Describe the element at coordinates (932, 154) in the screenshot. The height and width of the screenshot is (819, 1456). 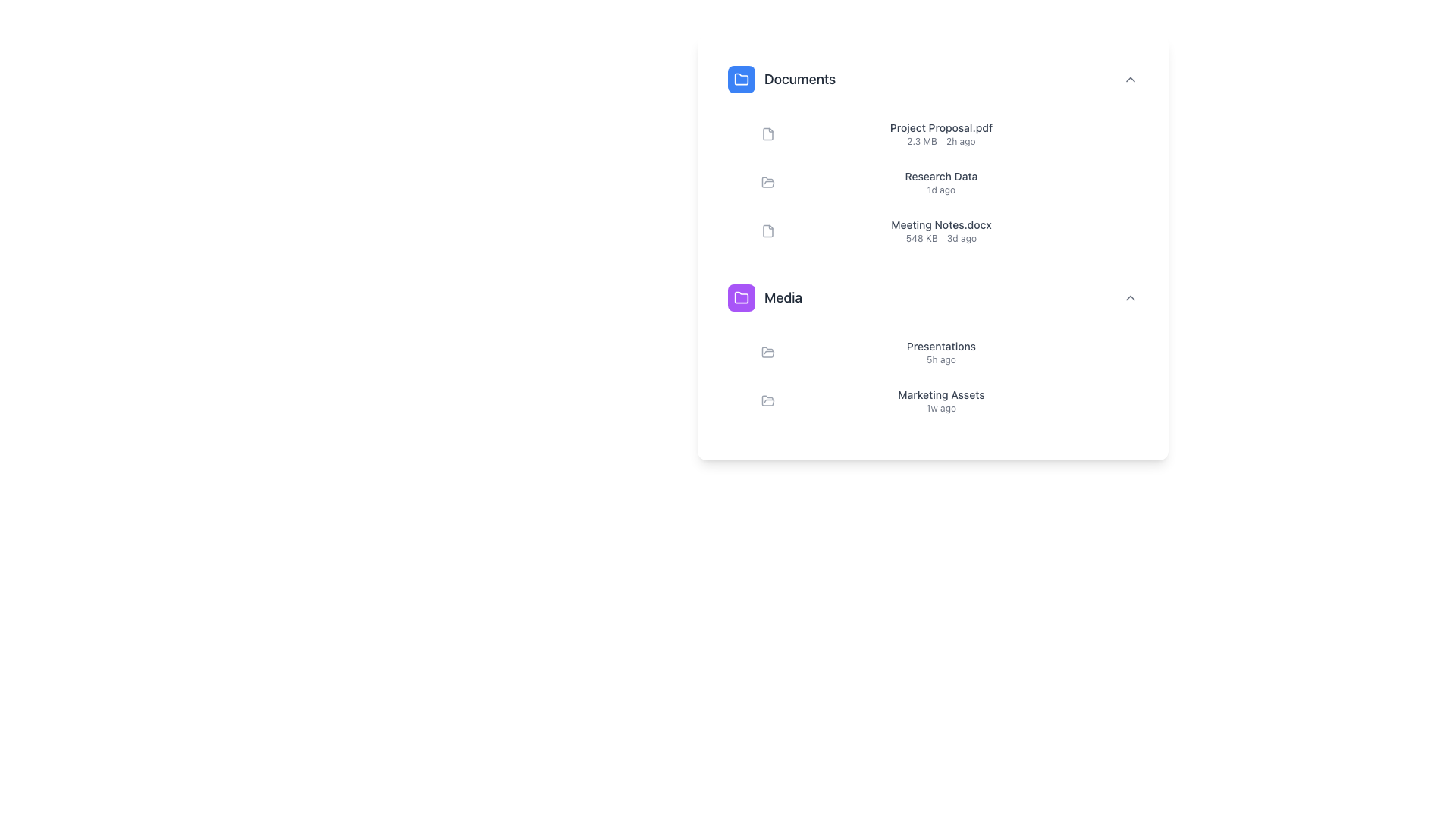
I see `the second item in the 'Documents' list titled 'Research Data'` at that location.